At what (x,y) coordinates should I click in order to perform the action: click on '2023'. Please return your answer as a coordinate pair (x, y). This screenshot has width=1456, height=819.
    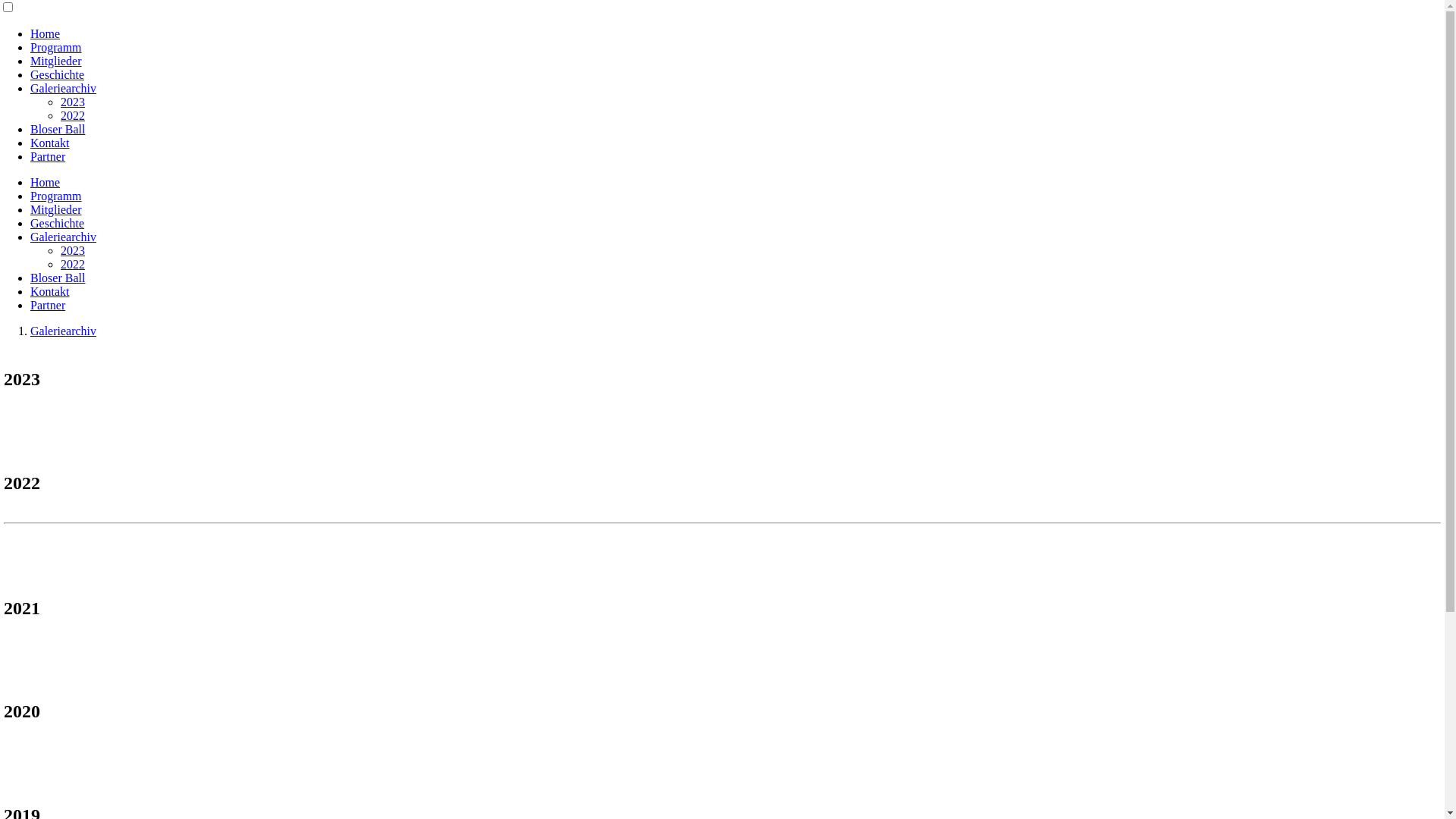
    Looking at the image, I should click on (61, 102).